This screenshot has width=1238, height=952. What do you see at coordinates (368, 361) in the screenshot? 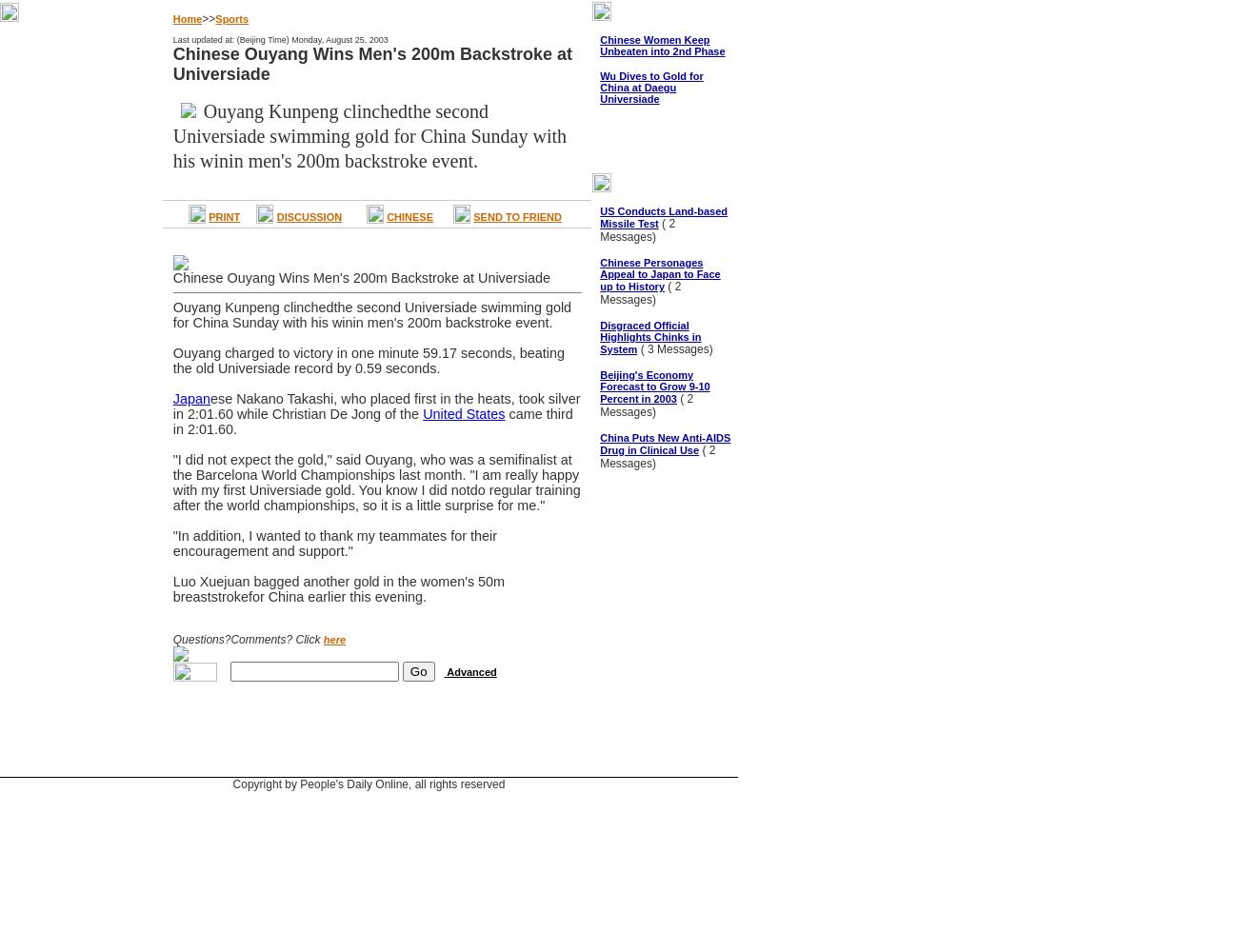
I see `'Ouyang charged to victory in one minute 59.17 seconds, beating the old Universiade record by 0.59 seconds.'` at bounding box center [368, 361].